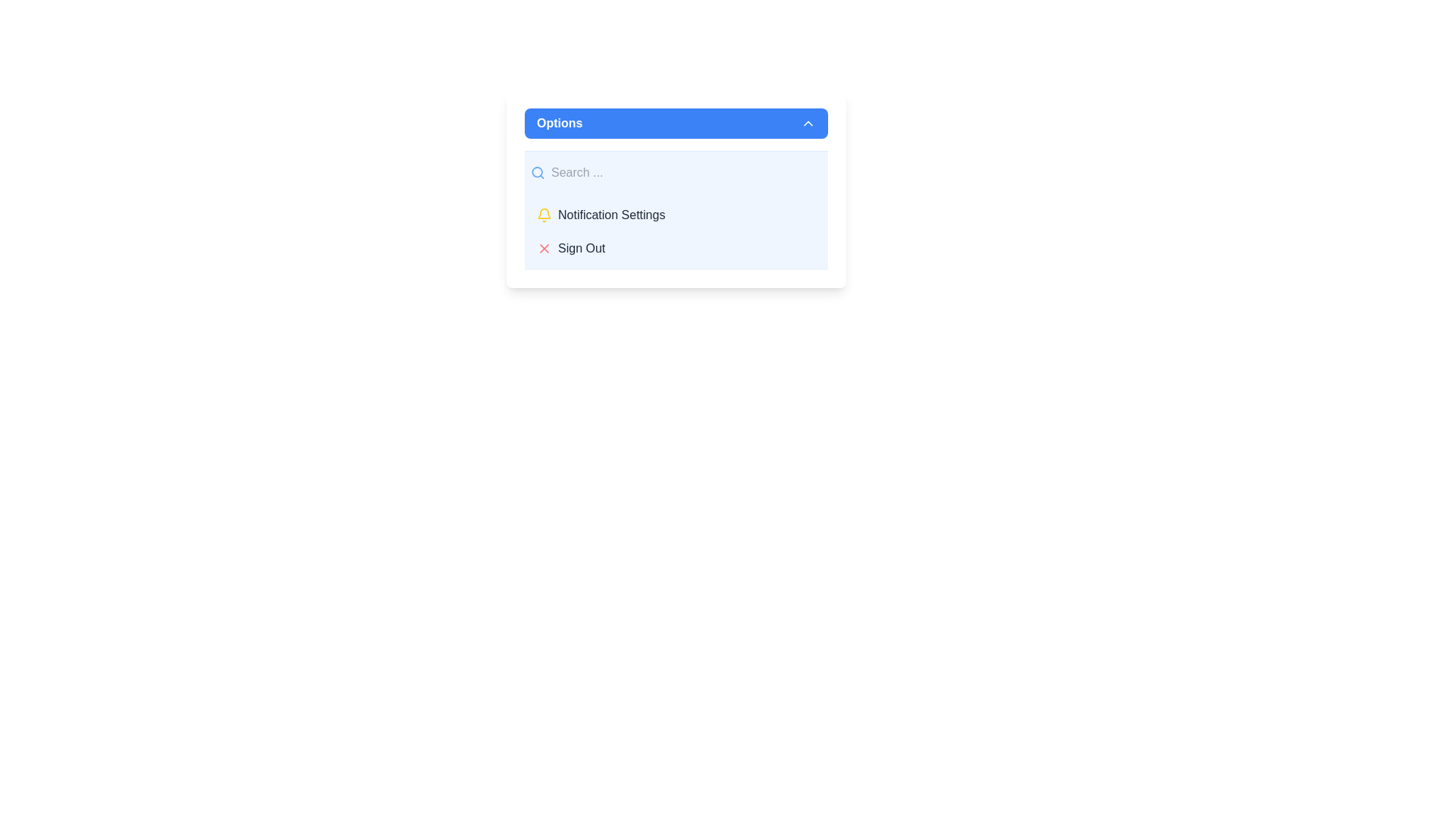  I want to click on the 'Sign Out' icon, which is located to the left of the text 'Sign Out' in the dropdown menu, so click(544, 247).